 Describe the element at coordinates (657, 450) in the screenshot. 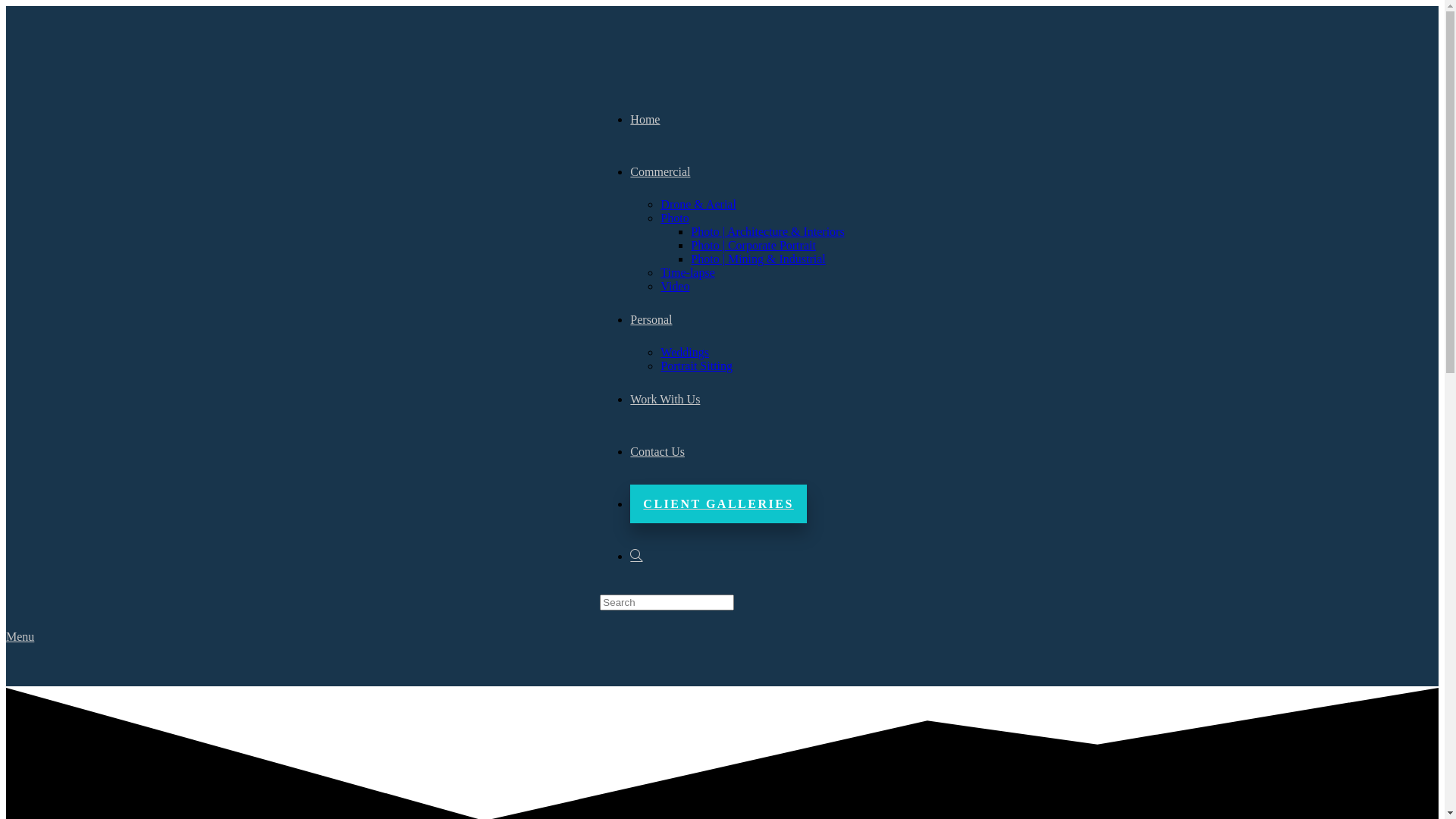

I see `'Contact Us'` at that location.